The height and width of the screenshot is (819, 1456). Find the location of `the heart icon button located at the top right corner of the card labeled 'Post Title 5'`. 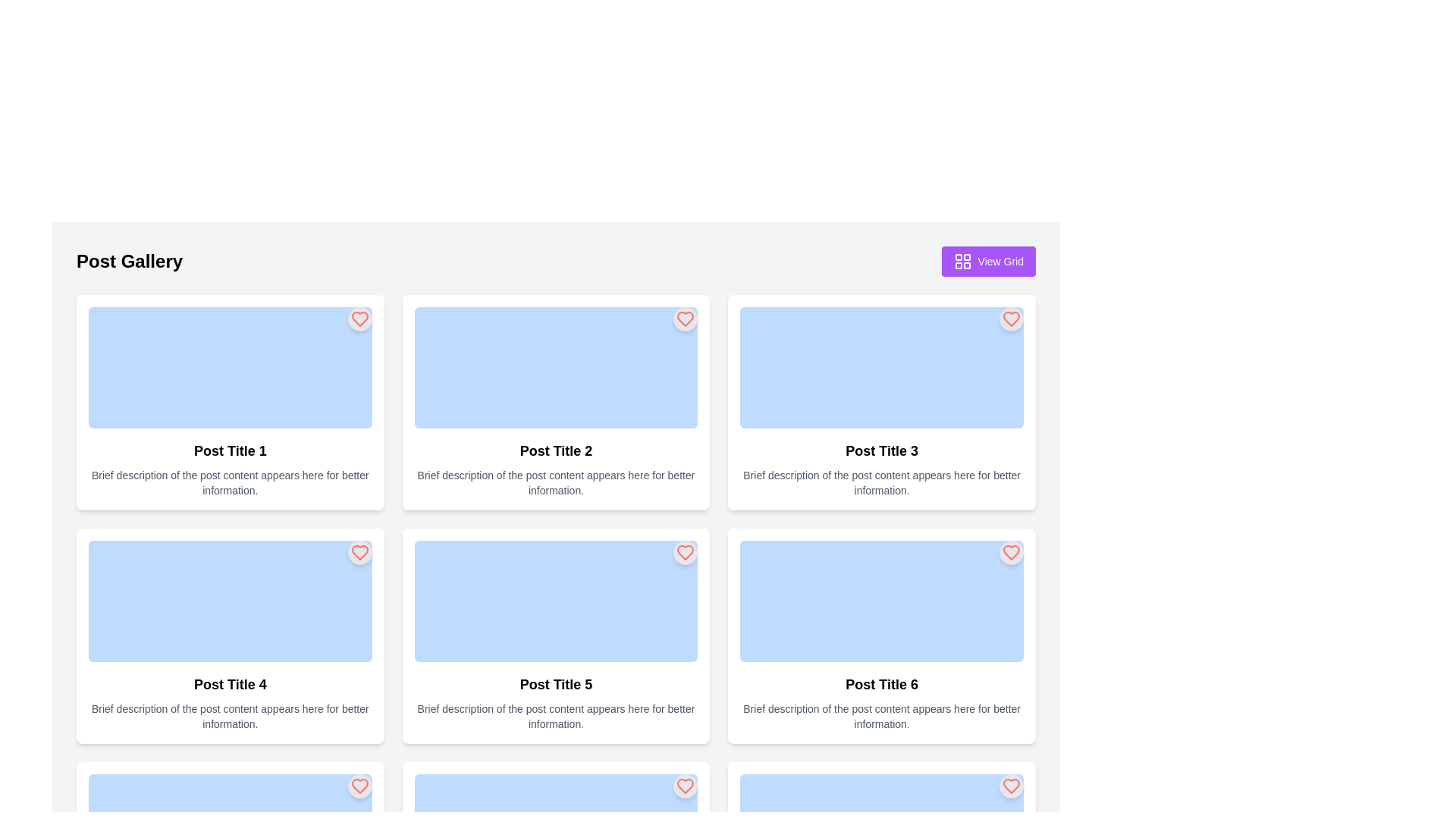

the heart icon button located at the top right corner of the card labeled 'Post Title 5' is located at coordinates (685, 786).